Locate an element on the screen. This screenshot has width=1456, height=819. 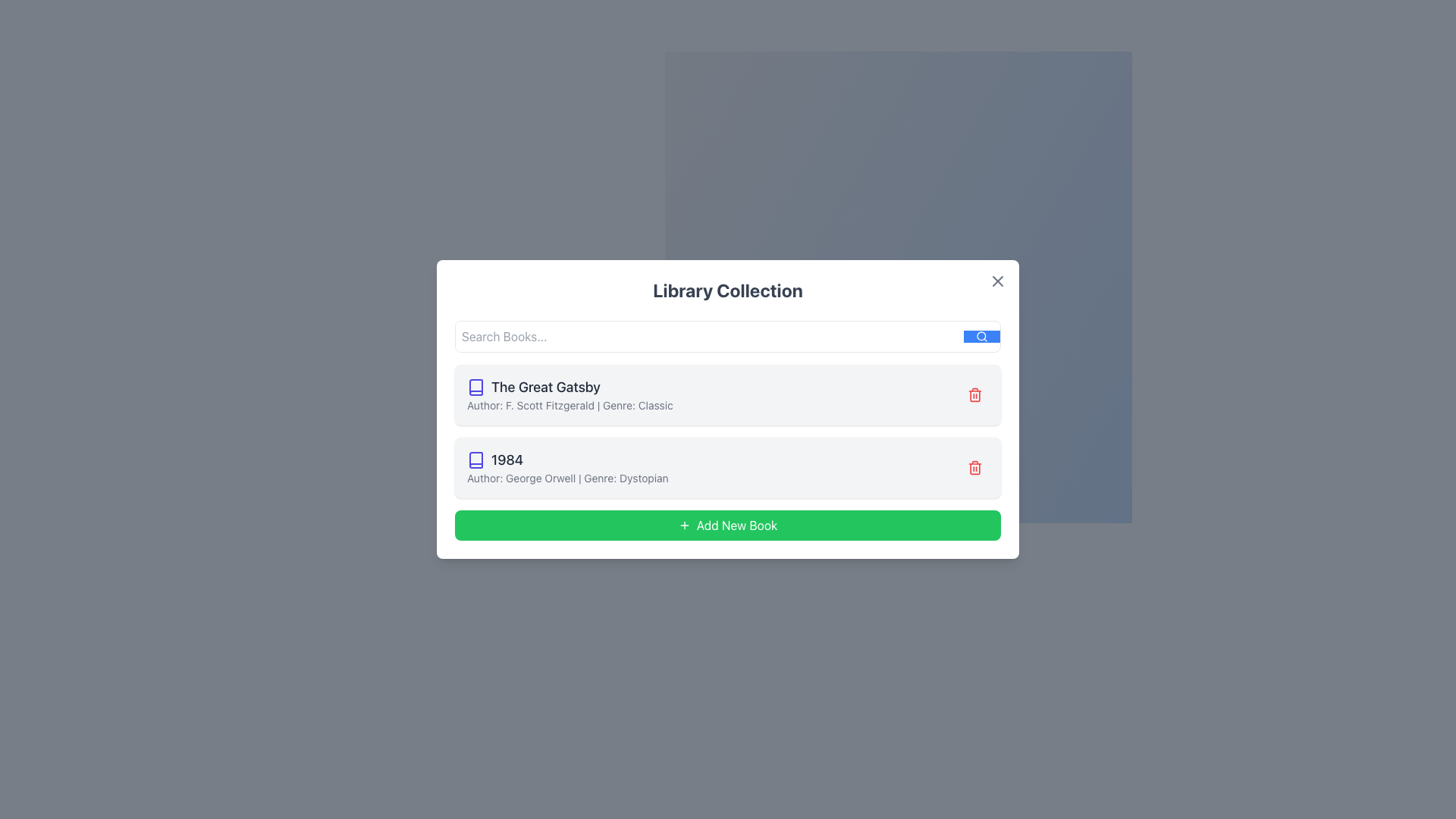
the red circular delete button with a trash bin icon located to the right of the text 'The Great Gatsby Author: F. Scott Fitzgerald | Genre: Classic' in the first entry of the list for accessibility navigation is located at coordinates (975, 394).